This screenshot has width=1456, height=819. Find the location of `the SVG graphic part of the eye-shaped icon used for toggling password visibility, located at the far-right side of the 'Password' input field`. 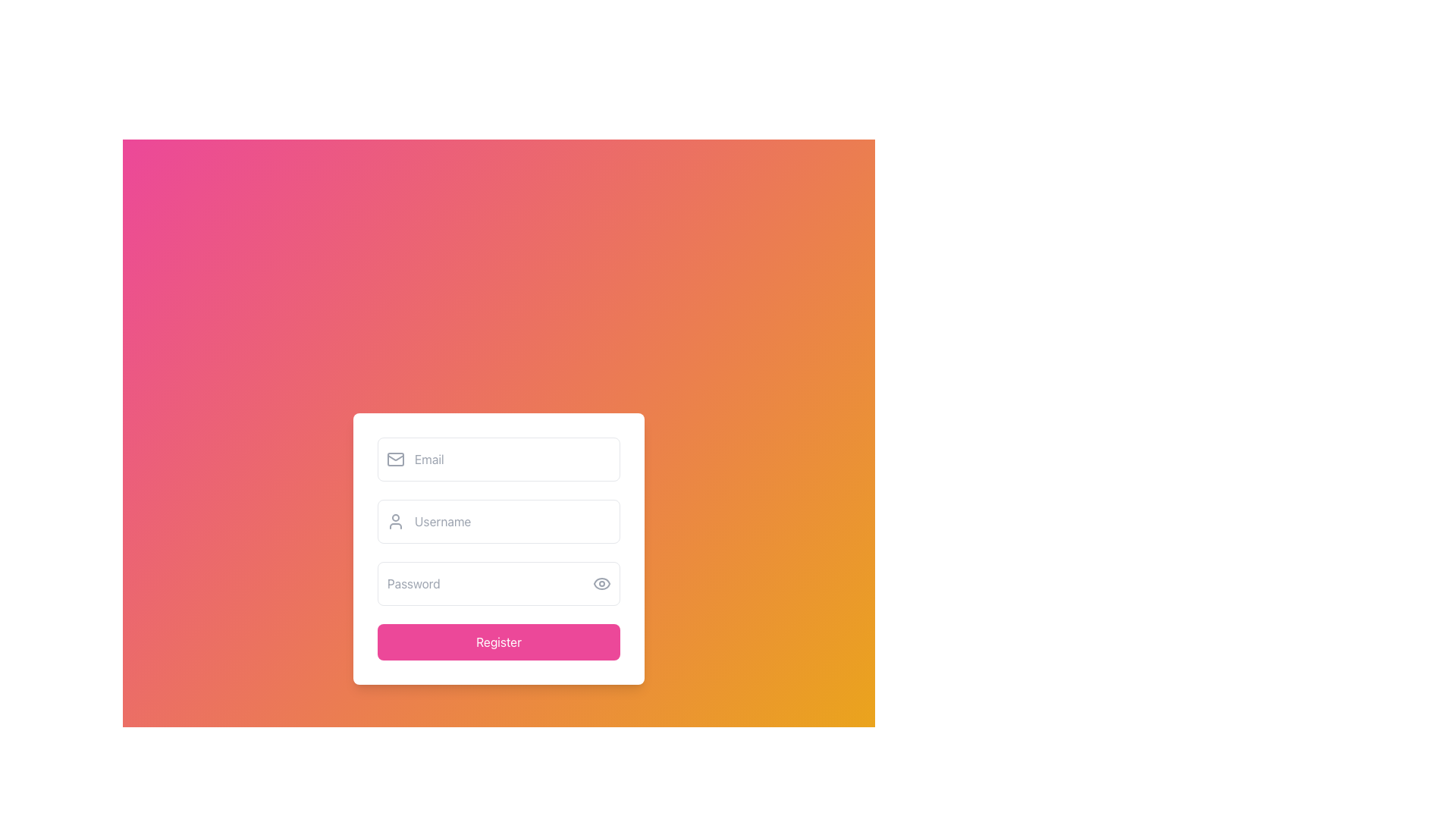

the SVG graphic part of the eye-shaped icon used for toggling password visibility, located at the far-right side of the 'Password' input field is located at coordinates (601, 583).